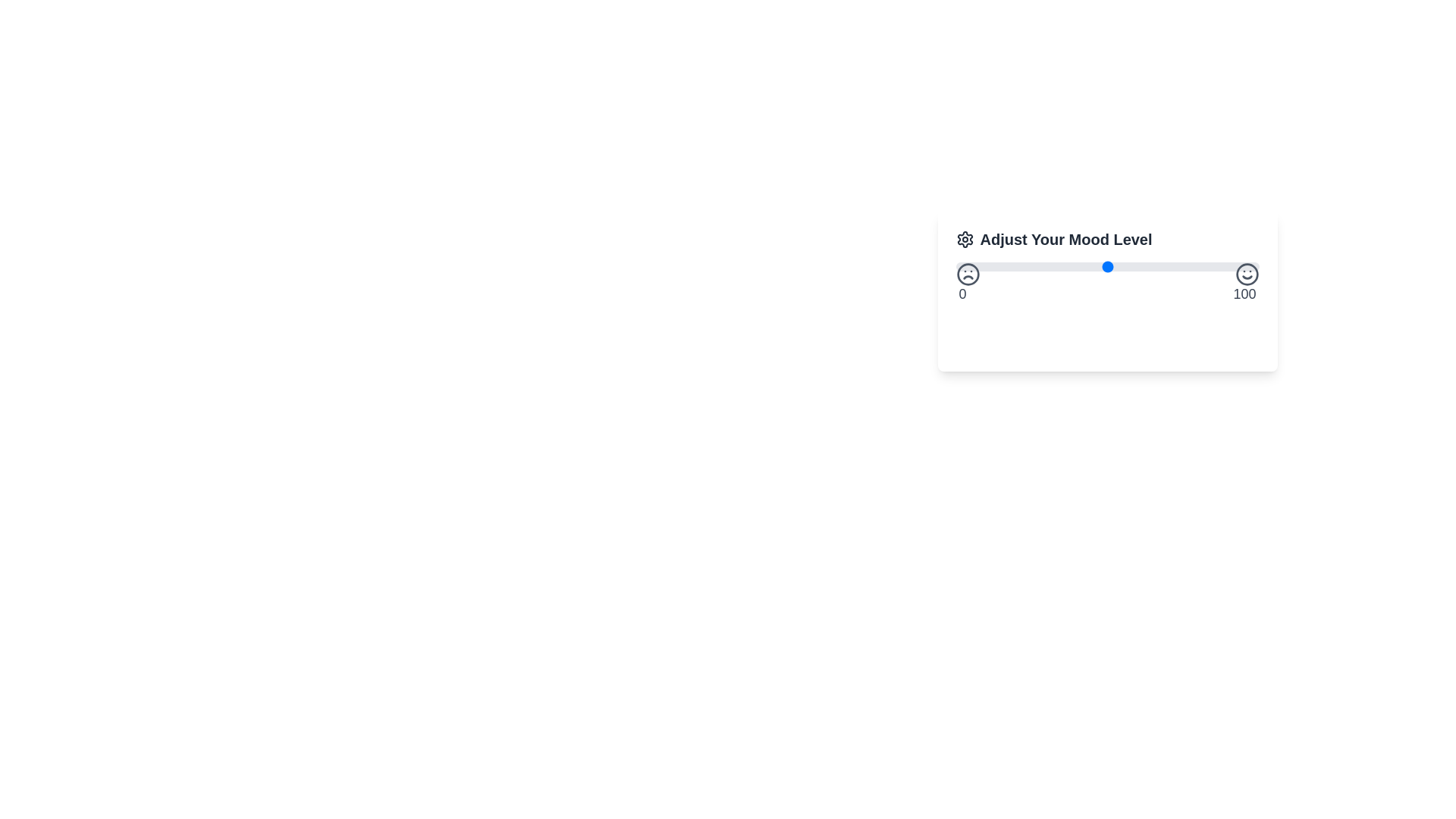 The image size is (1456, 819). Describe the element at coordinates (1203, 265) in the screenshot. I see `mood level` at that location.